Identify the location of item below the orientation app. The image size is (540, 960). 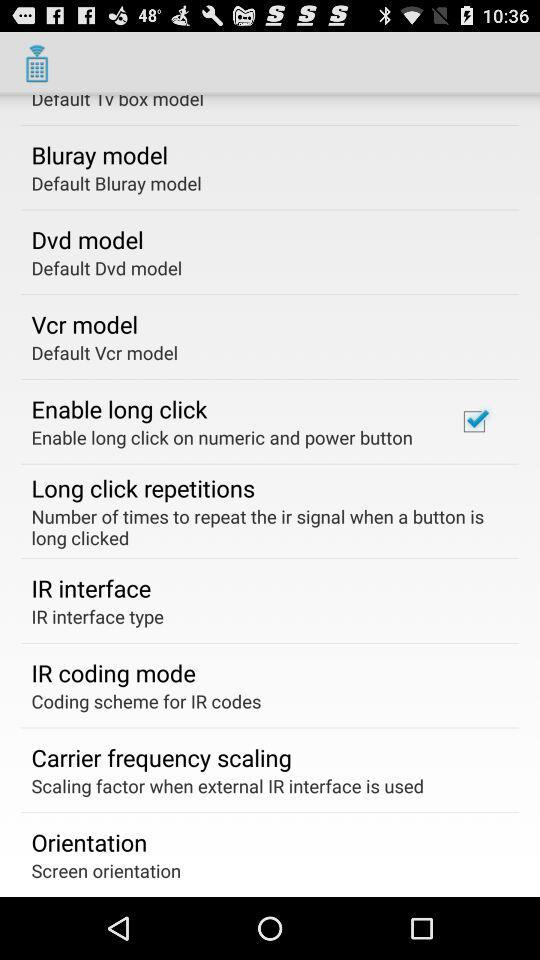
(106, 869).